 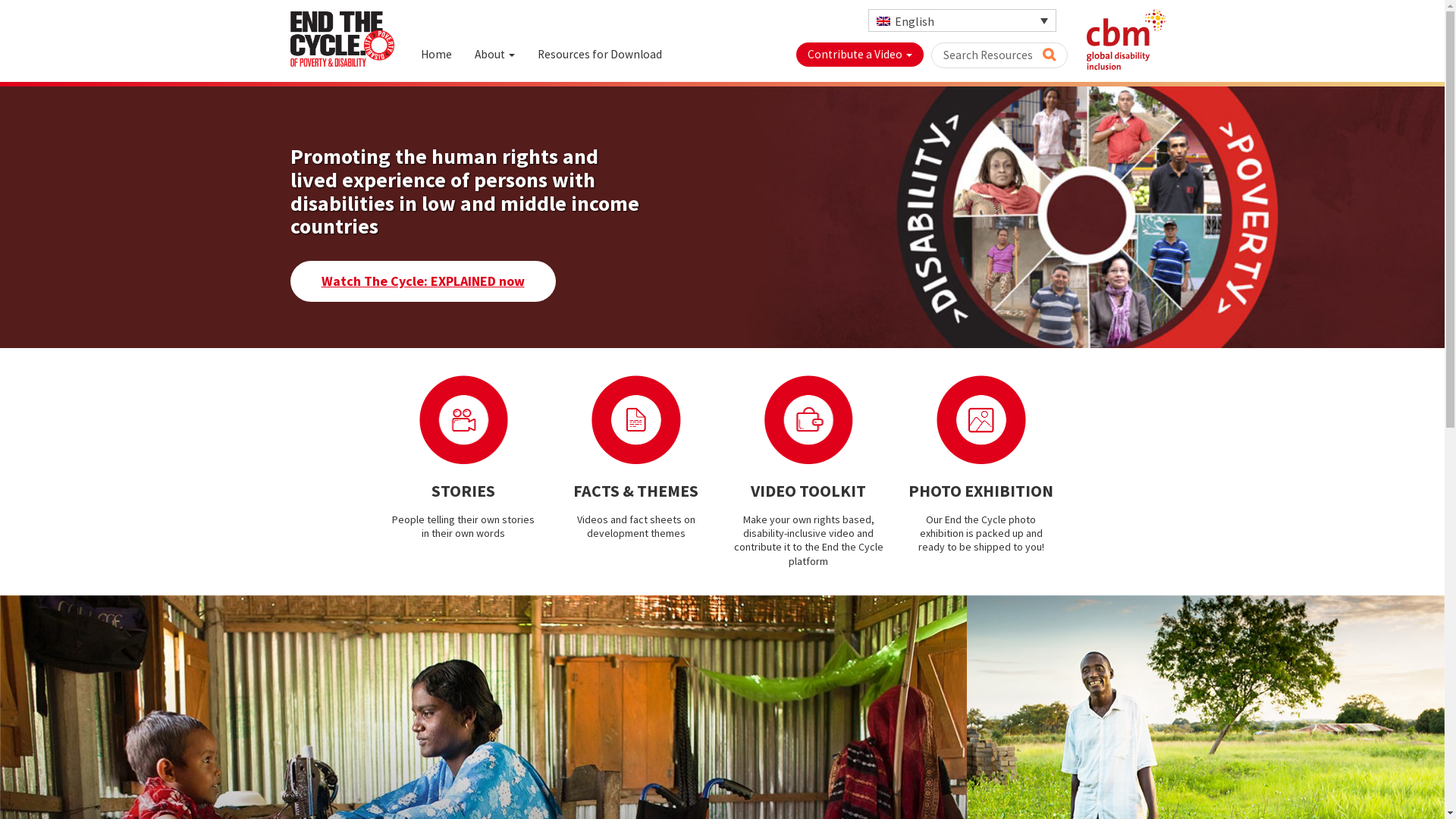 What do you see at coordinates (494, 54) in the screenshot?
I see `'About'` at bounding box center [494, 54].